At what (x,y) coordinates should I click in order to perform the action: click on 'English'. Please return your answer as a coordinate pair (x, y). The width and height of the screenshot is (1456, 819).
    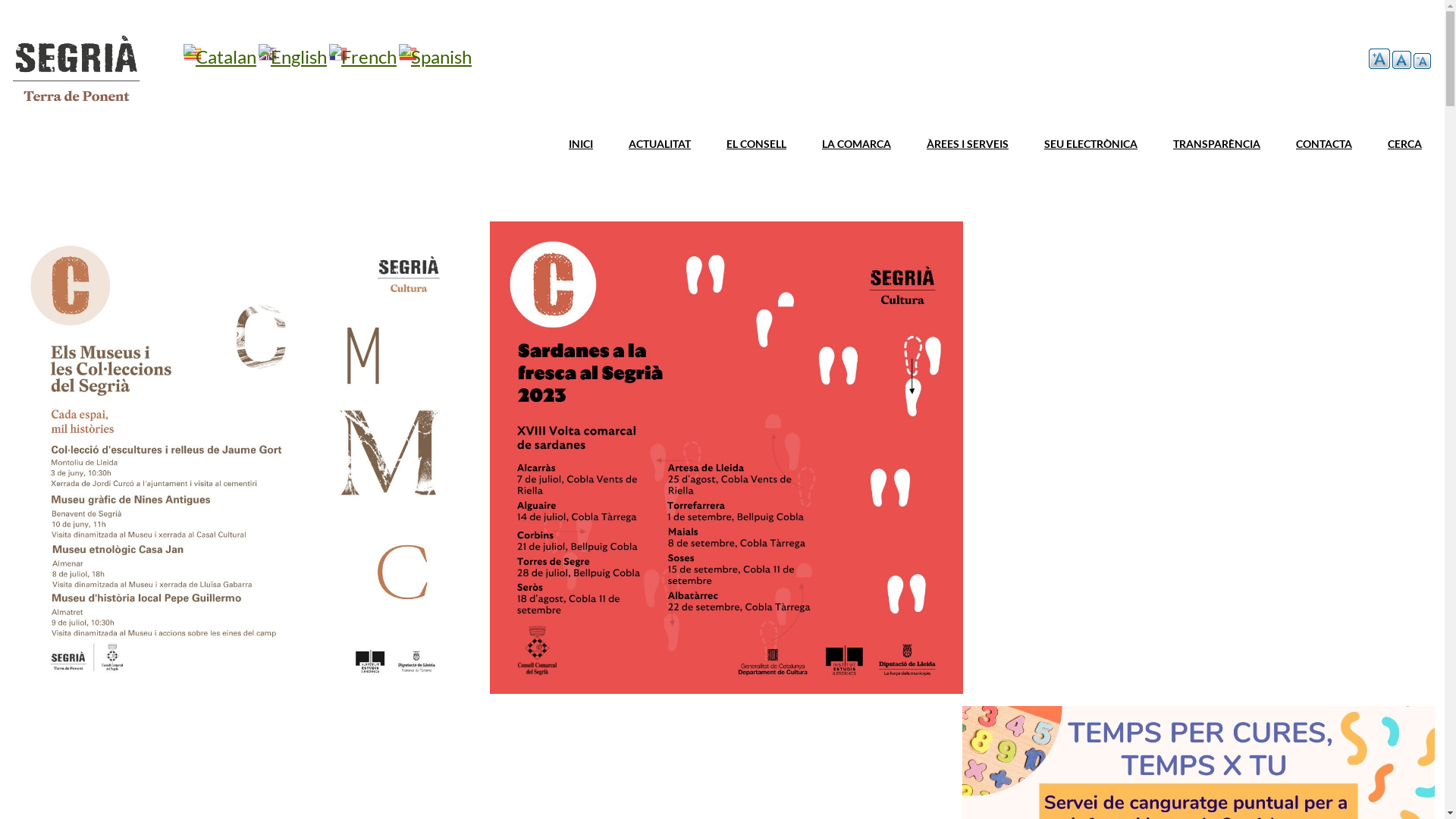
    Looking at the image, I should click on (292, 55).